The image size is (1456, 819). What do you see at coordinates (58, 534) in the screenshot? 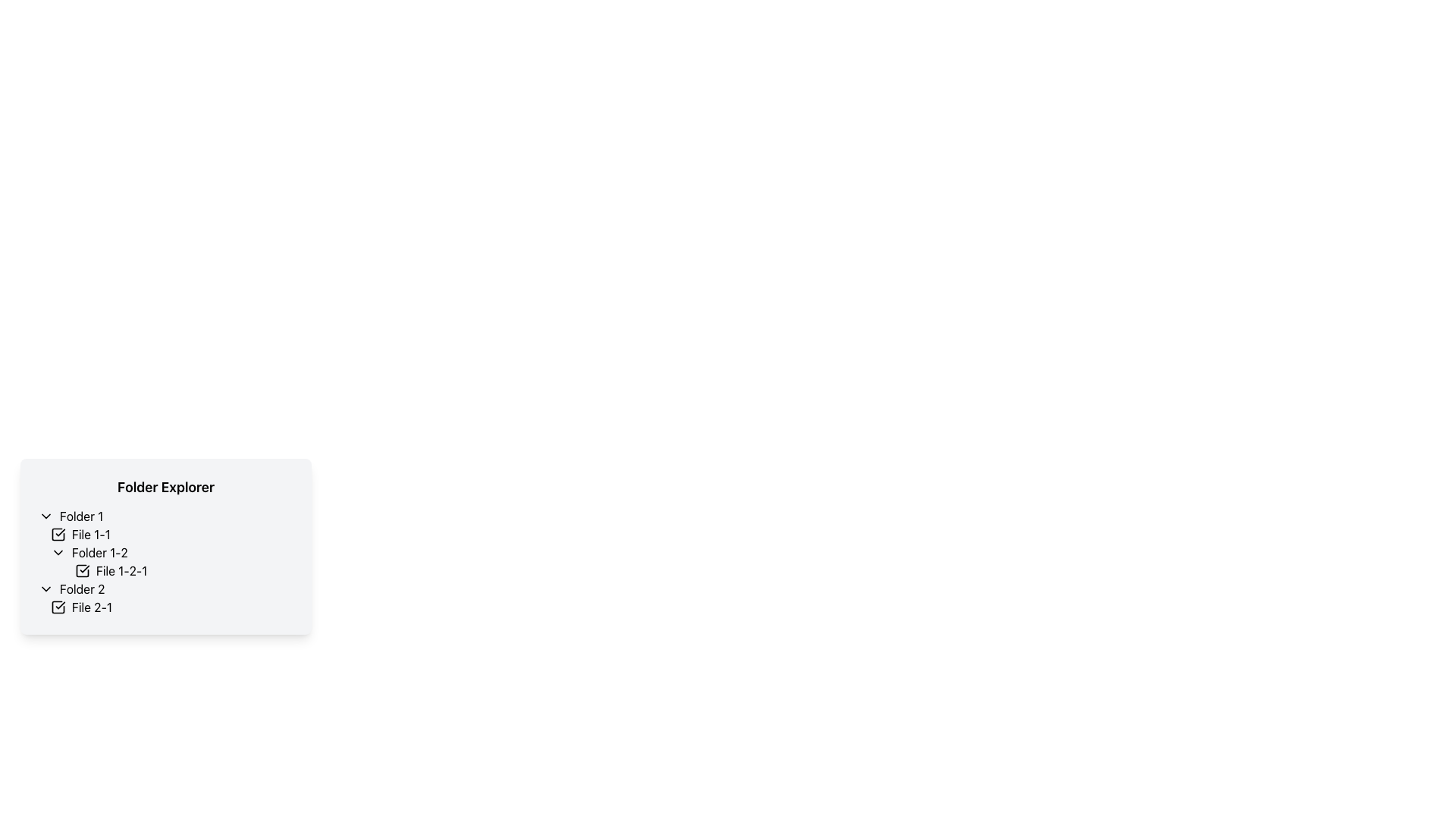
I see `the checkbox icon for 'File 1-1', which is part of a checkbox representation located in the top-left section of the UI, adjacent to the text label` at bounding box center [58, 534].